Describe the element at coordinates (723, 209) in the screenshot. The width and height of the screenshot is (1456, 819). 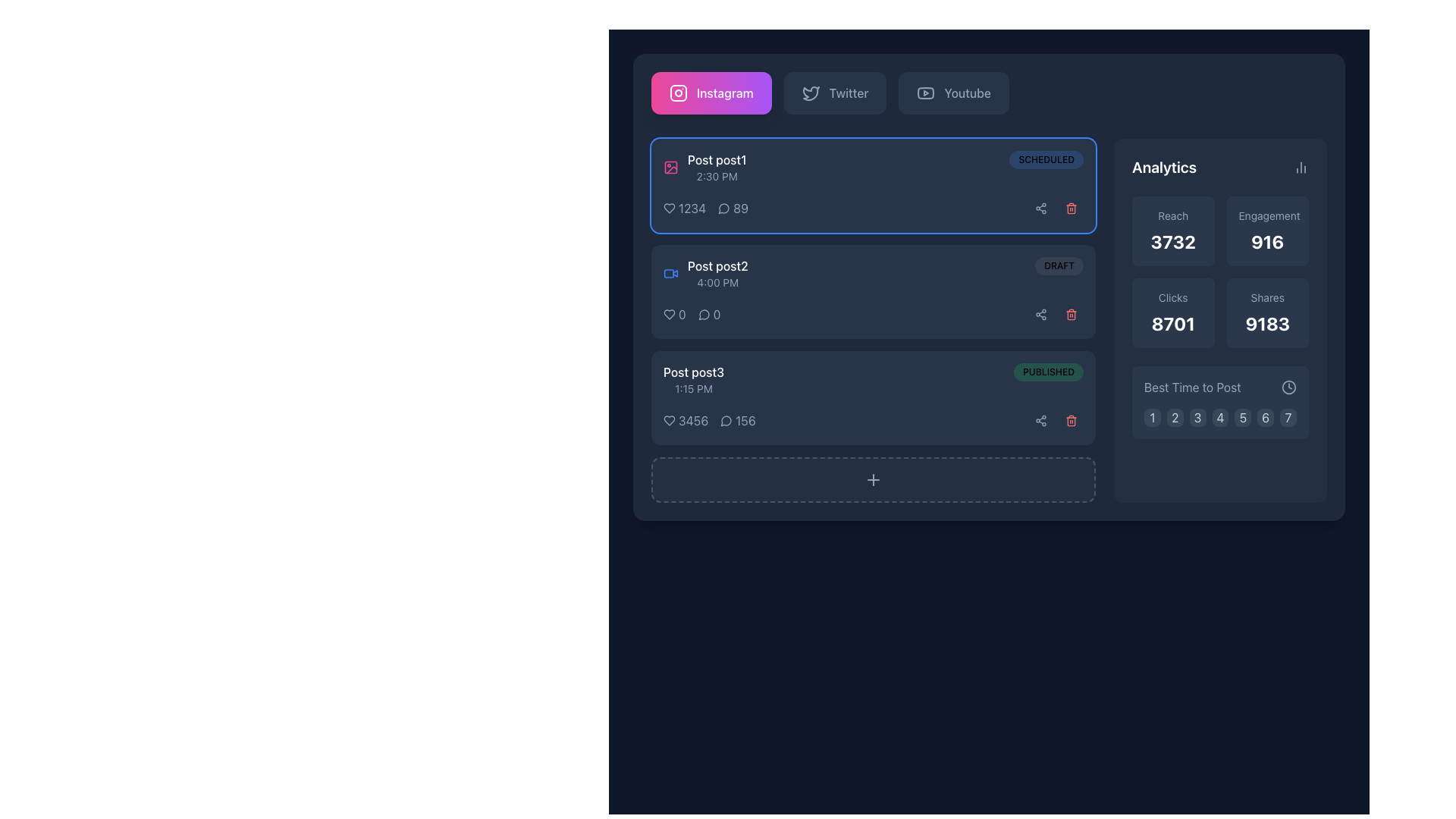
I see `the speech bubble icon representing comments or discussions located near the 'Post post1' section under the Instagram tab` at that location.